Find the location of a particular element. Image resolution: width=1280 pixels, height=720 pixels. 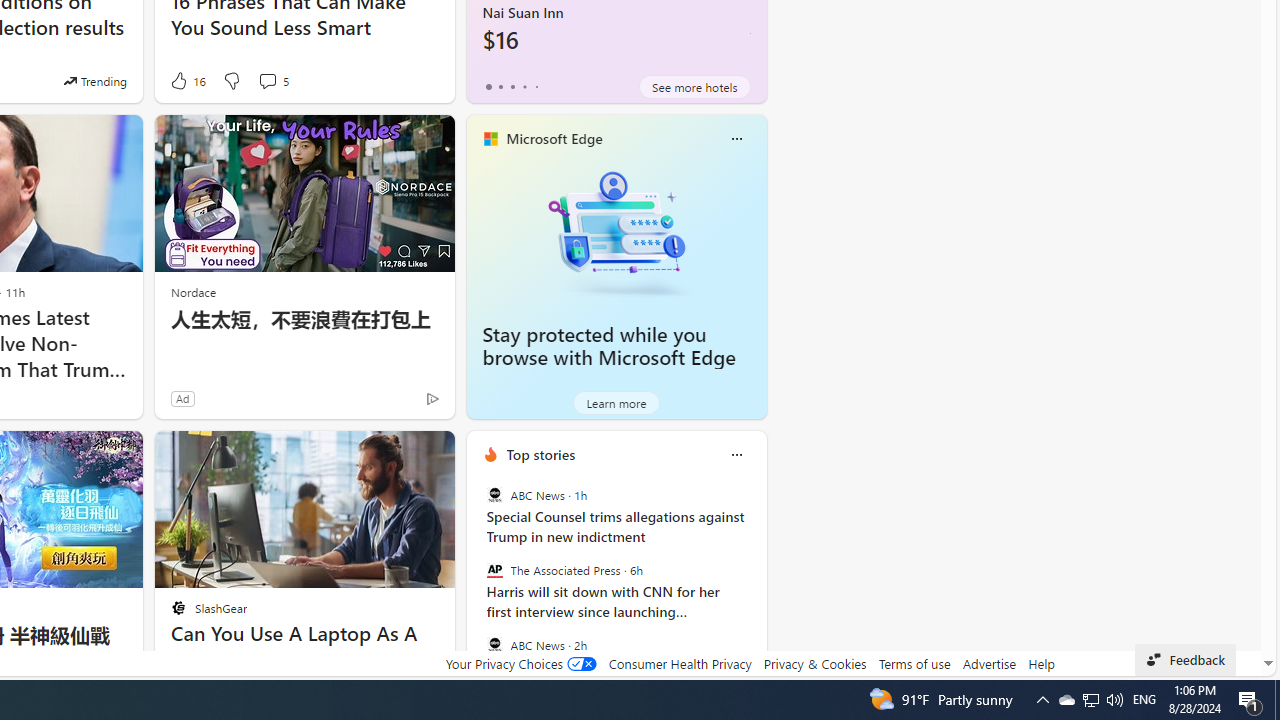

'View comments 5 Comment' is located at coordinates (272, 80).